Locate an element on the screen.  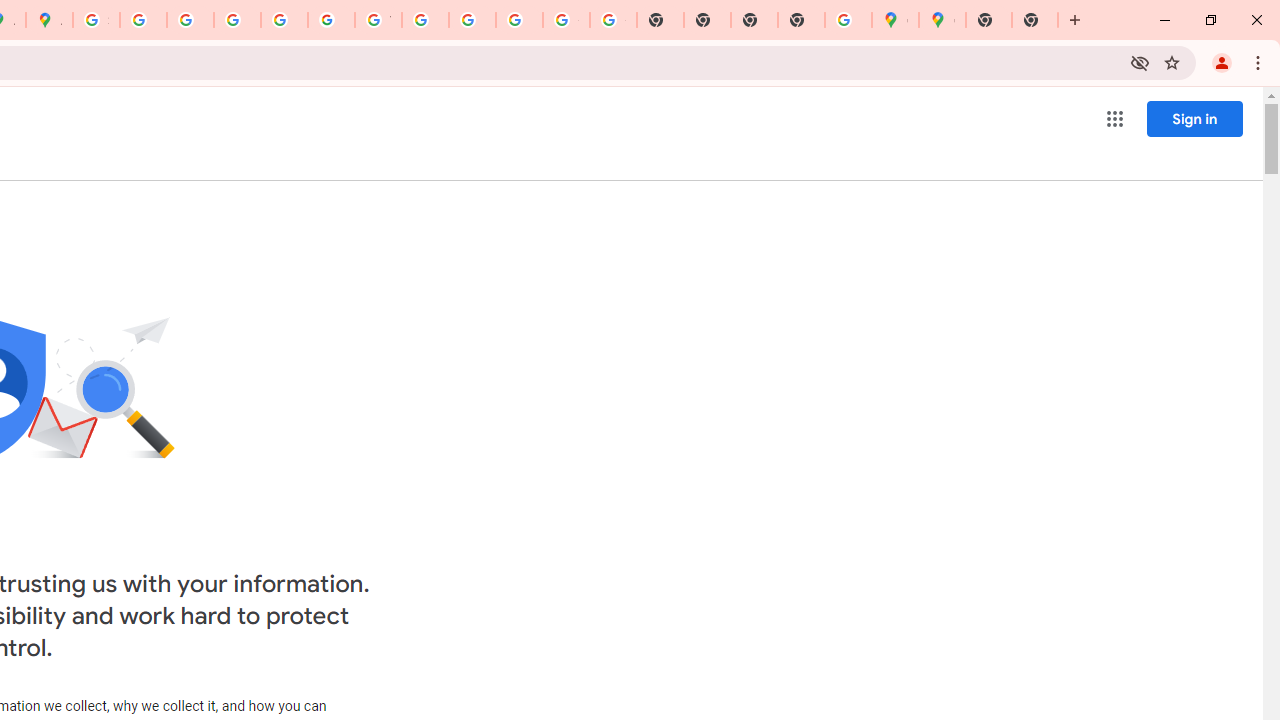
'Third-party cookies blocked' is located at coordinates (1139, 61).